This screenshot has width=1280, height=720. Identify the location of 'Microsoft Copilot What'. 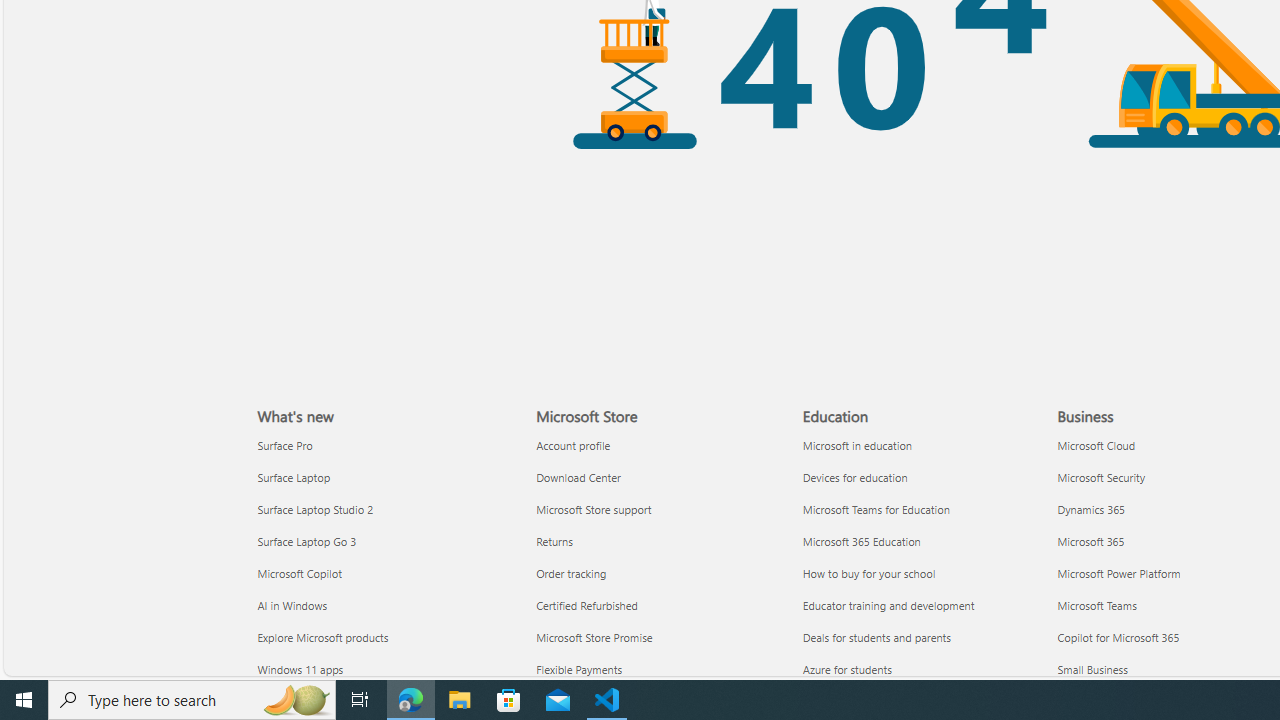
(298, 573).